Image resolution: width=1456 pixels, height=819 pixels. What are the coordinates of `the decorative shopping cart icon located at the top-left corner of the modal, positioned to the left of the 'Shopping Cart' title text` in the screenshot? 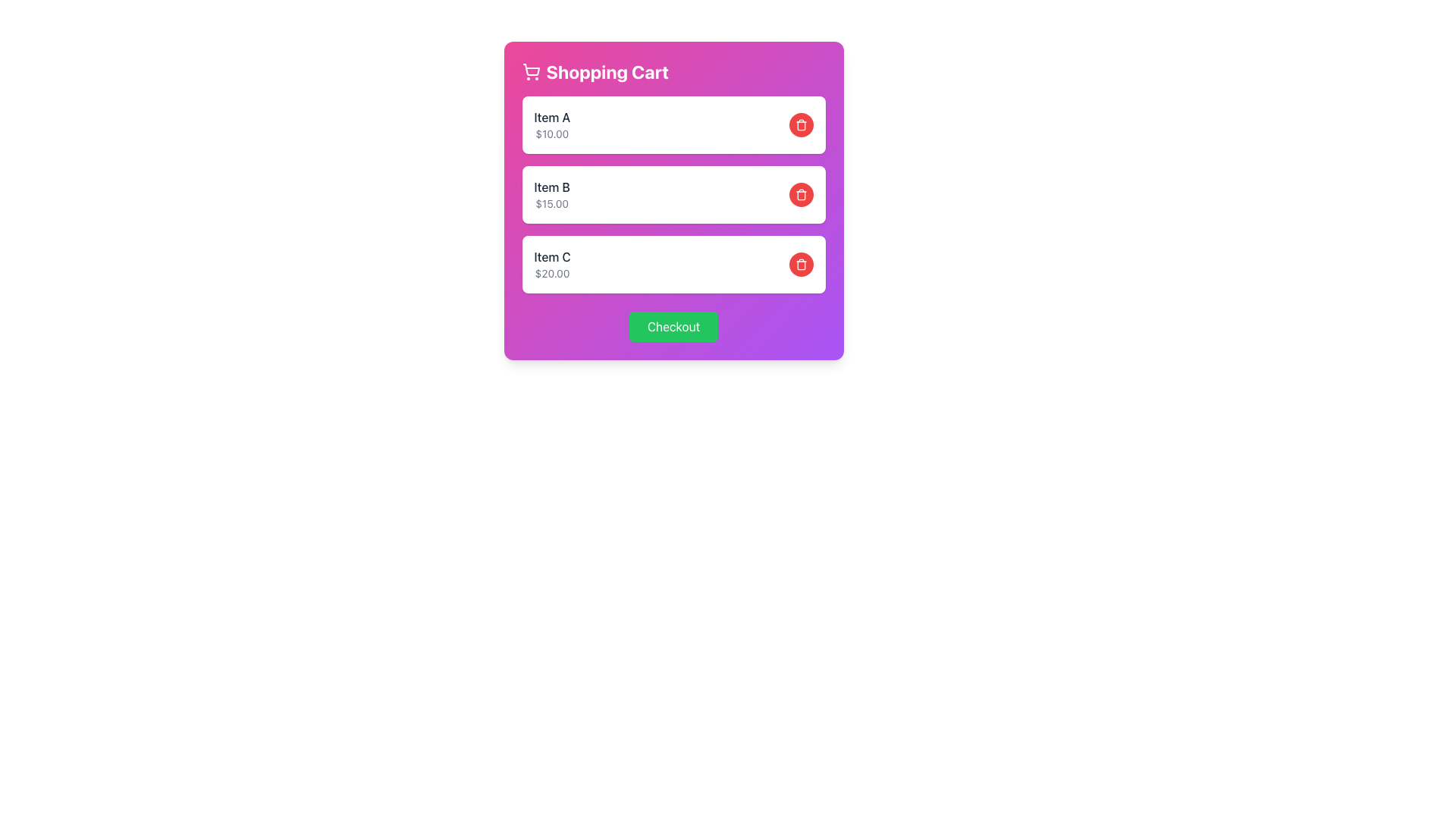 It's located at (531, 72).